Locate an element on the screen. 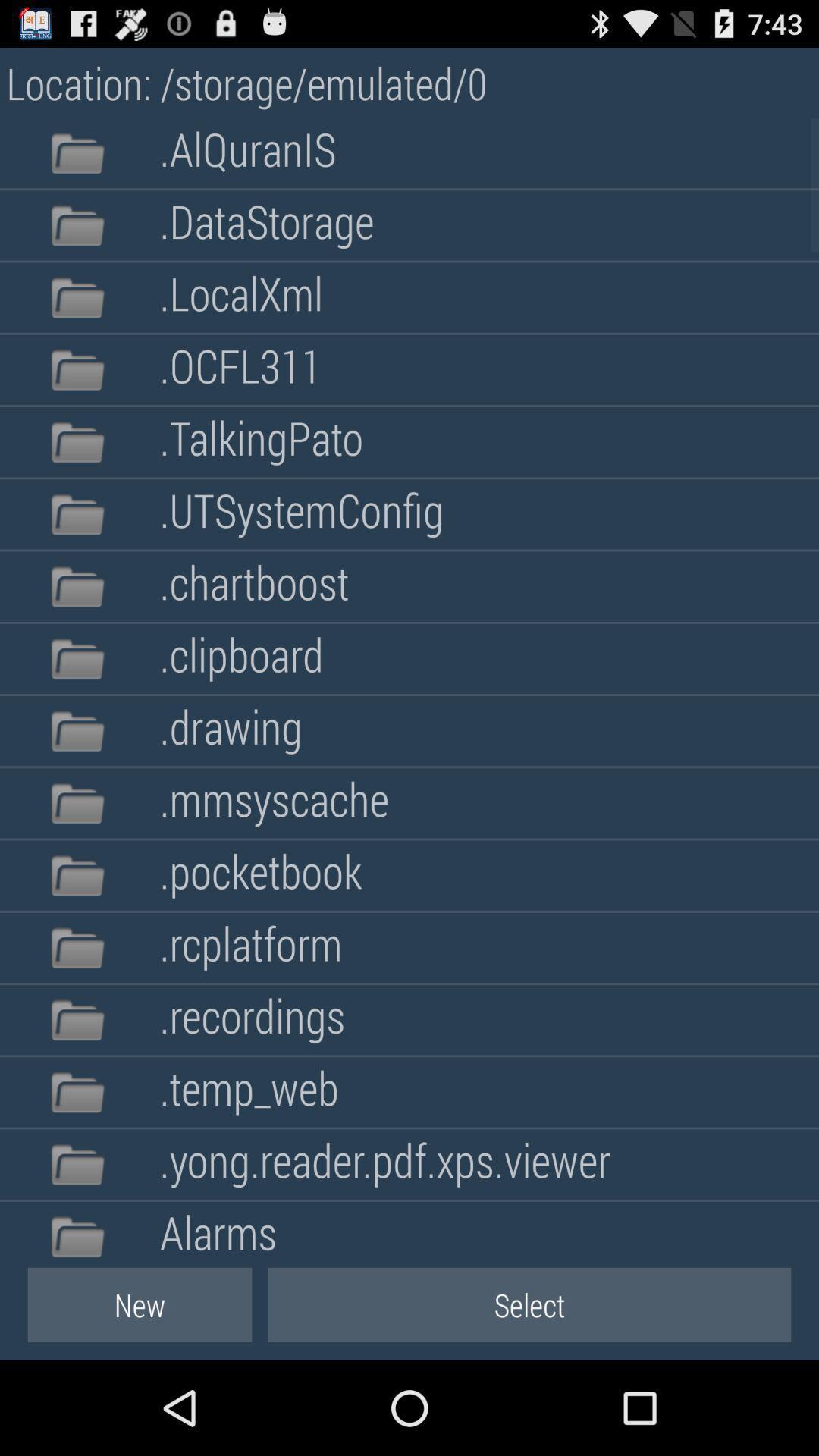 Image resolution: width=819 pixels, height=1456 pixels. app below the location storage emulated icon is located at coordinates (247, 153).